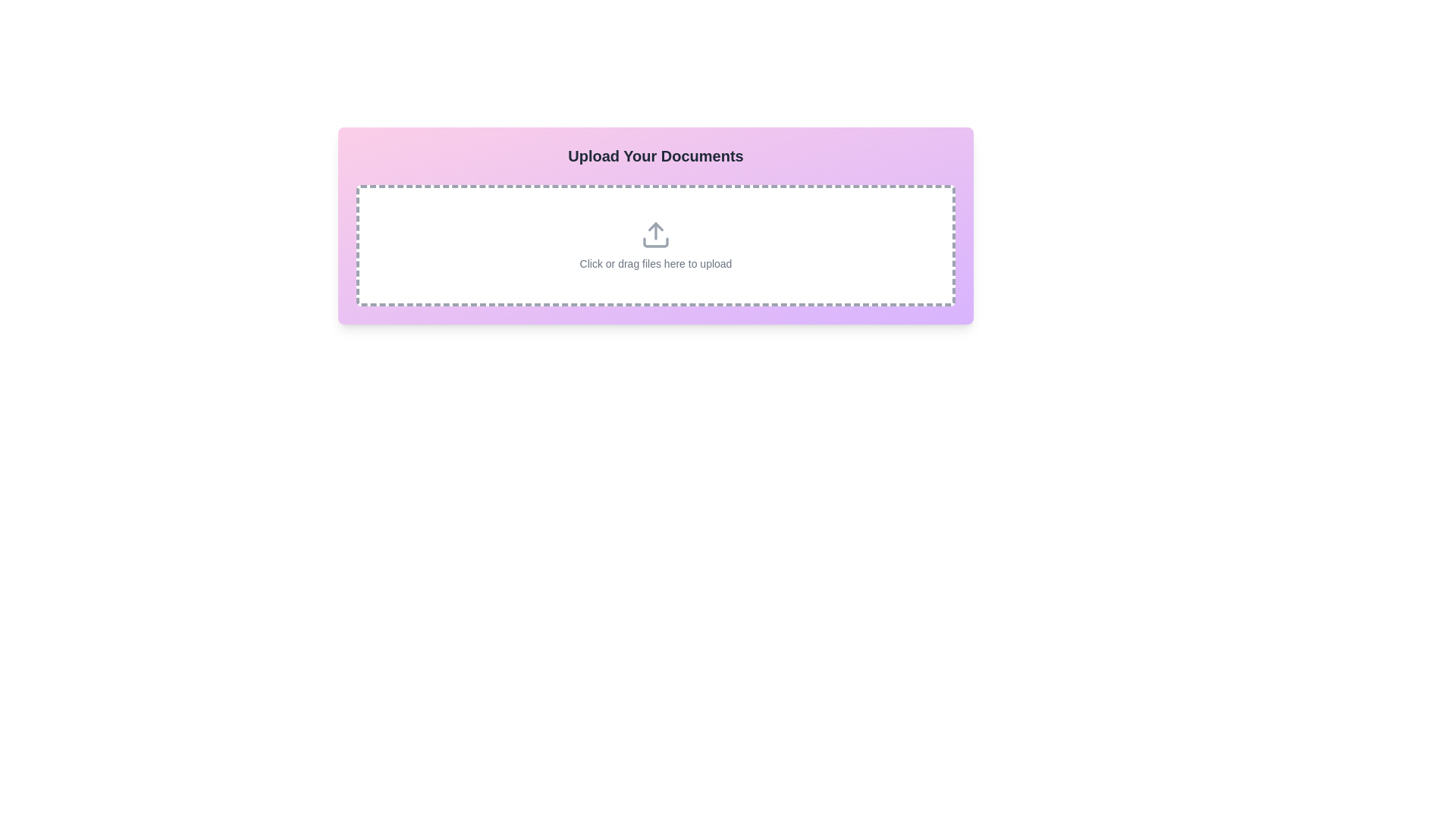 This screenshot has width=1456, height=819. What do you see at coordinates (655, 225) in the screenshot?
I see `informational text in the File Upload Area, which includes 'Click or drag files here to upload'` at bounding box center [655, 225].